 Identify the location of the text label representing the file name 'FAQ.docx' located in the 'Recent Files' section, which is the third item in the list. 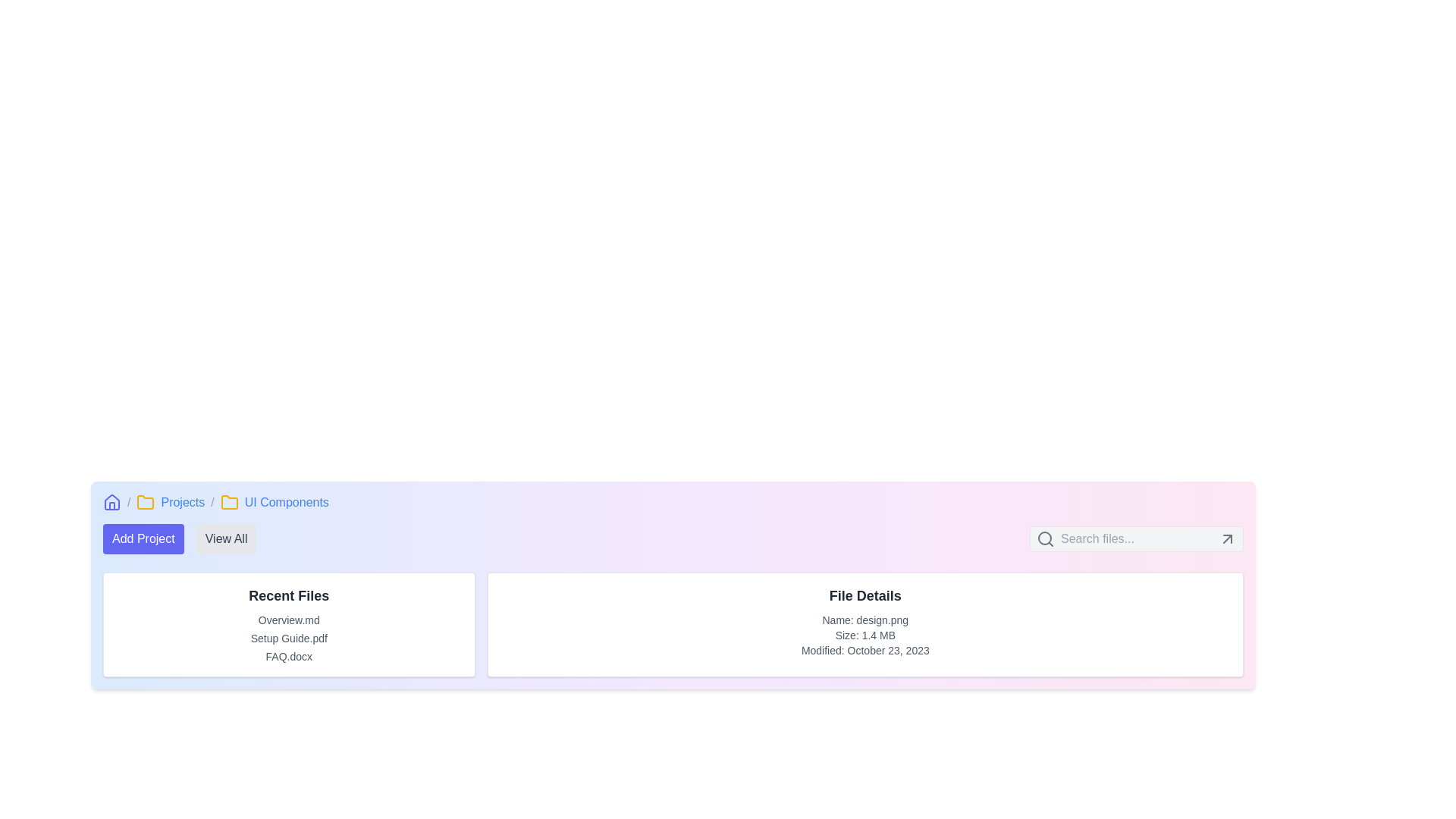
(289, 656).